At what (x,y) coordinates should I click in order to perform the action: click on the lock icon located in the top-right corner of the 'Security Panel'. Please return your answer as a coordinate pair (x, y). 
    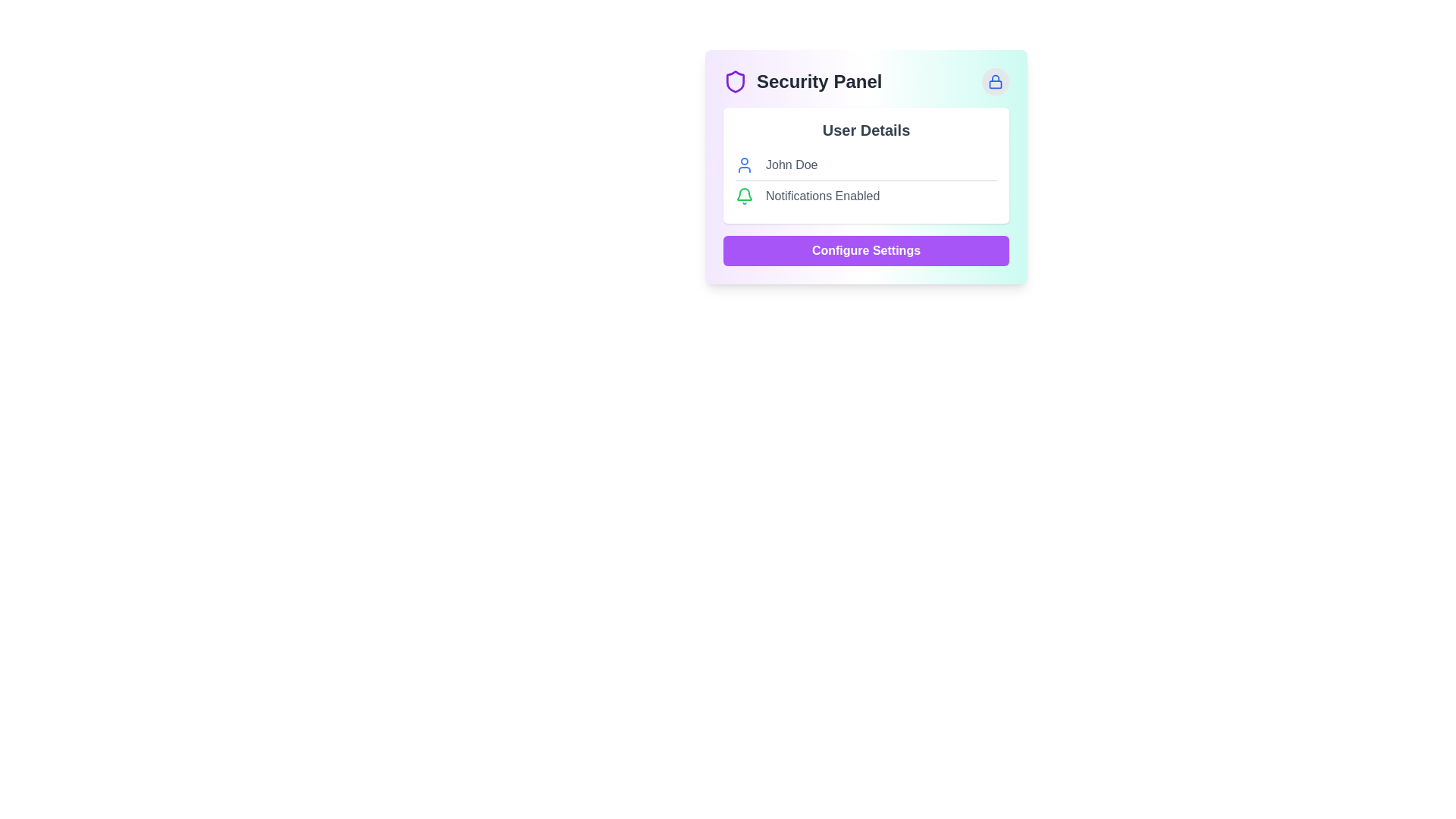
    Looking at the image, I should click on (996, 82).